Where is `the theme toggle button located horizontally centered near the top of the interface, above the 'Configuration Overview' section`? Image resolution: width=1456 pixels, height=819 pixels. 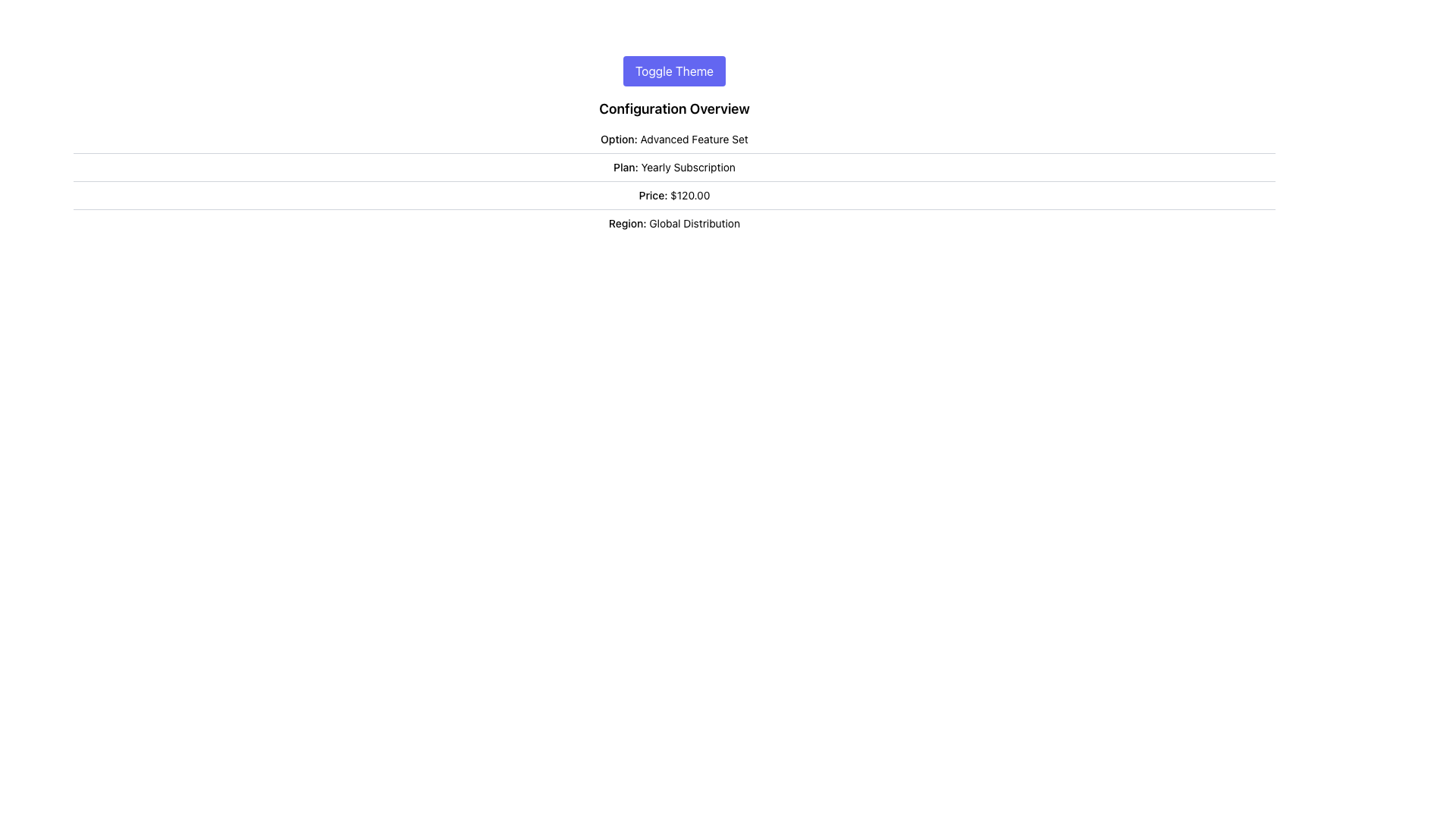
the theme toggle button located horizontally centered near the top of the interface, above the 'Configuration Overview' section is located at coordinates (673, 71).